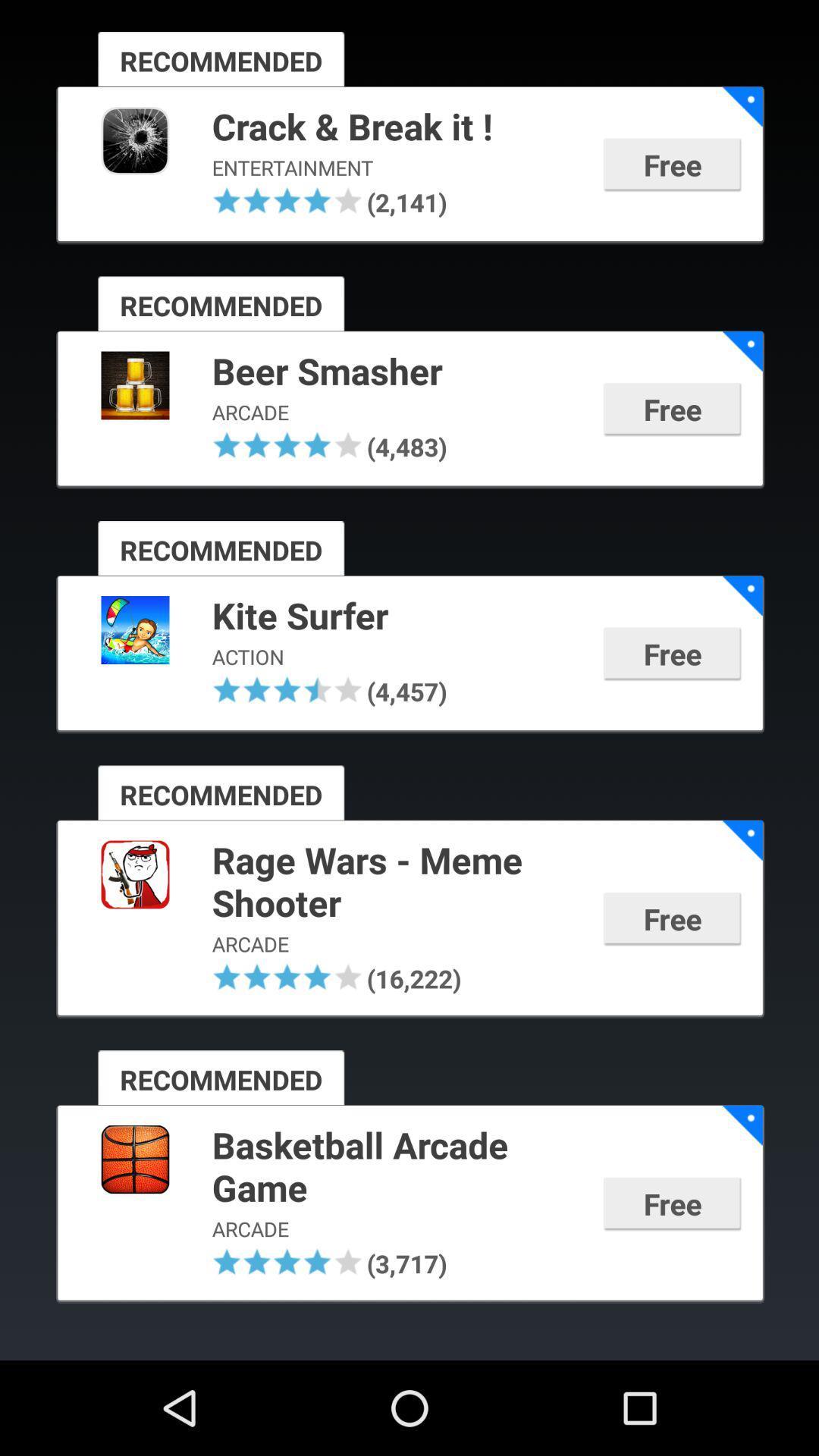 This screenshot has width=819, height=1456. Describe the element at coordinates (742, 1125) in the screenshot. I see `app next to basketball arcade game icon` at that location.